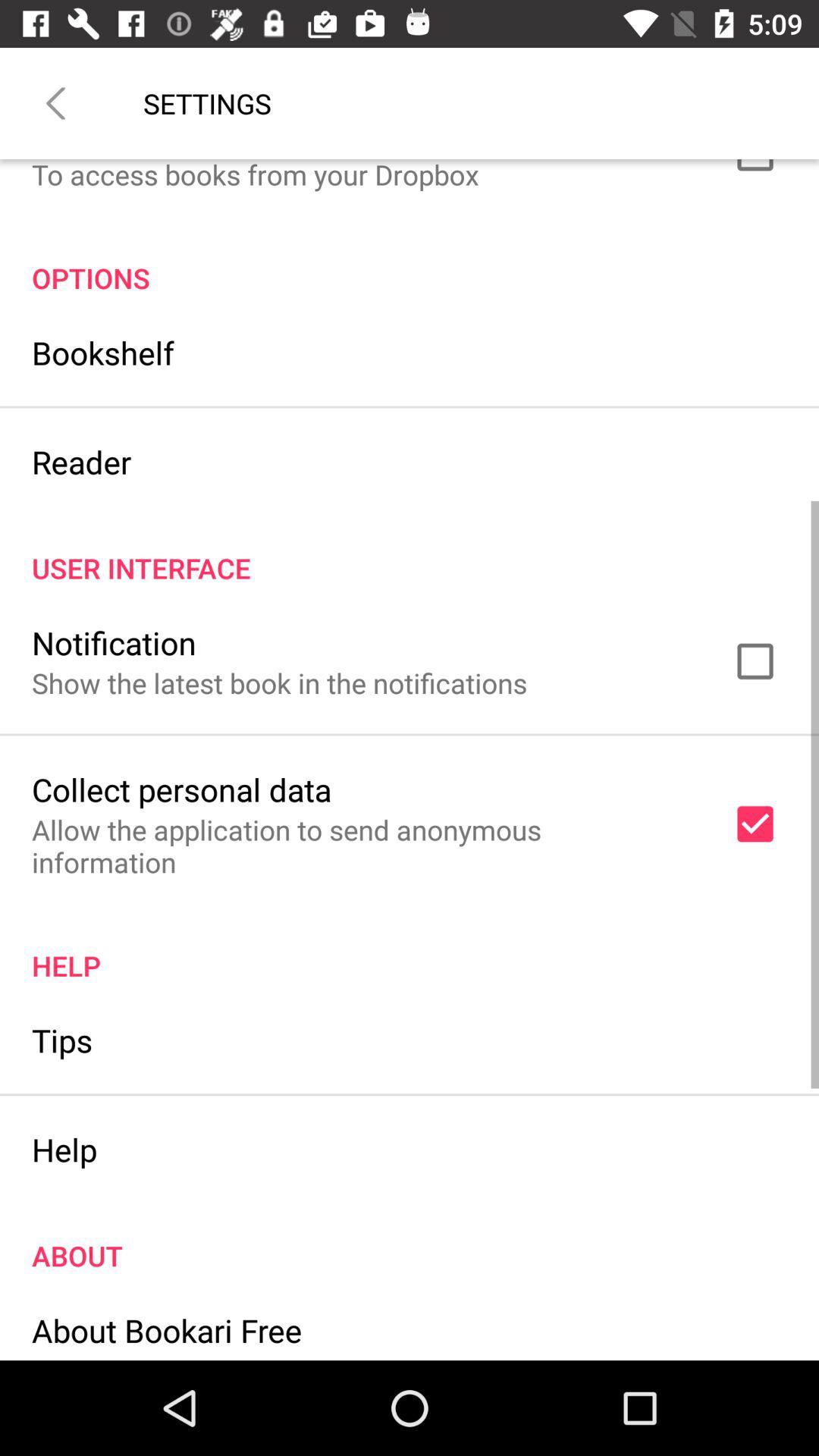  Describe the element at coordinates (167, 1329) in the screenshot. I see `icon below the about item` at that location.